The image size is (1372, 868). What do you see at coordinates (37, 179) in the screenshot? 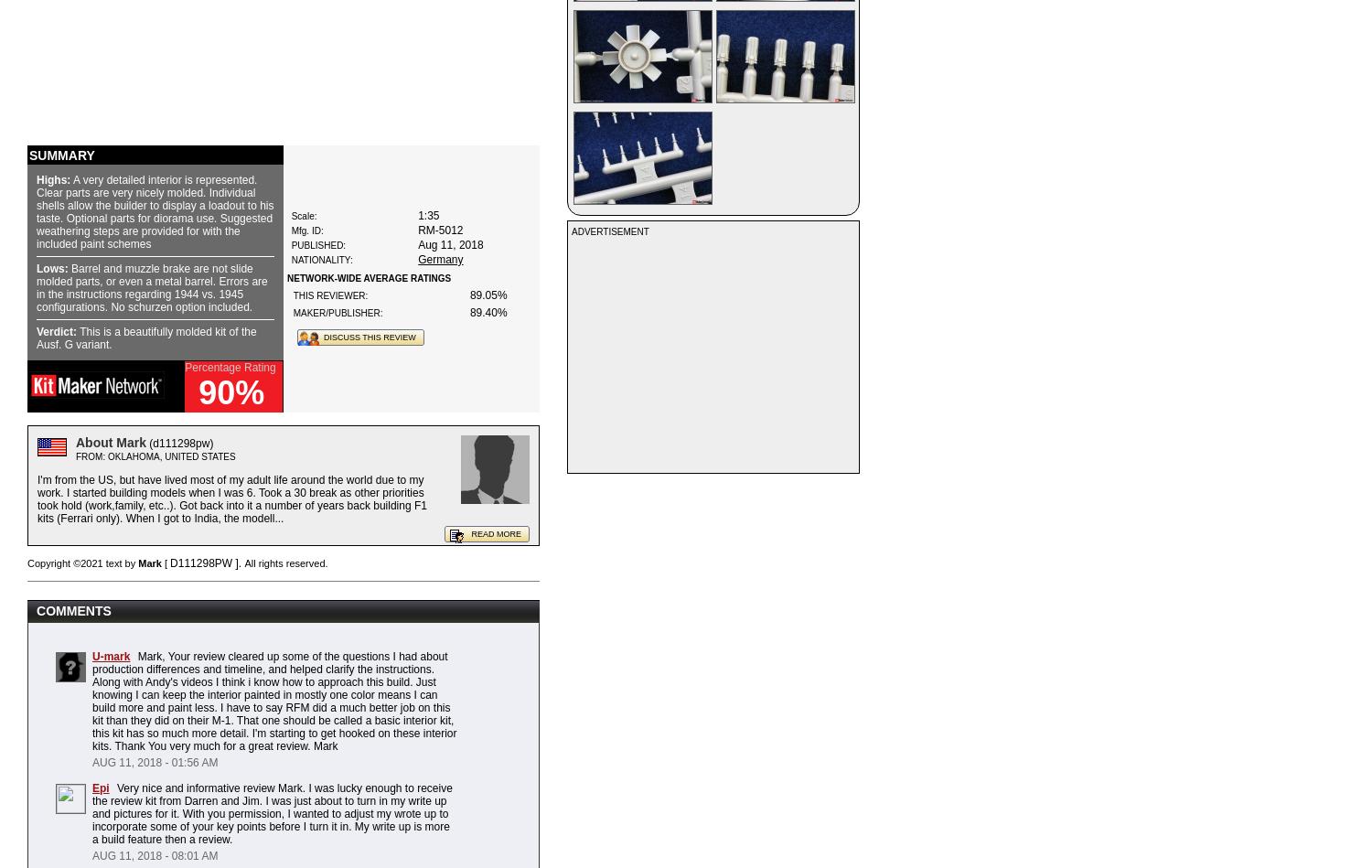
I see `'Highs:'` at bounding box center [37, 179].